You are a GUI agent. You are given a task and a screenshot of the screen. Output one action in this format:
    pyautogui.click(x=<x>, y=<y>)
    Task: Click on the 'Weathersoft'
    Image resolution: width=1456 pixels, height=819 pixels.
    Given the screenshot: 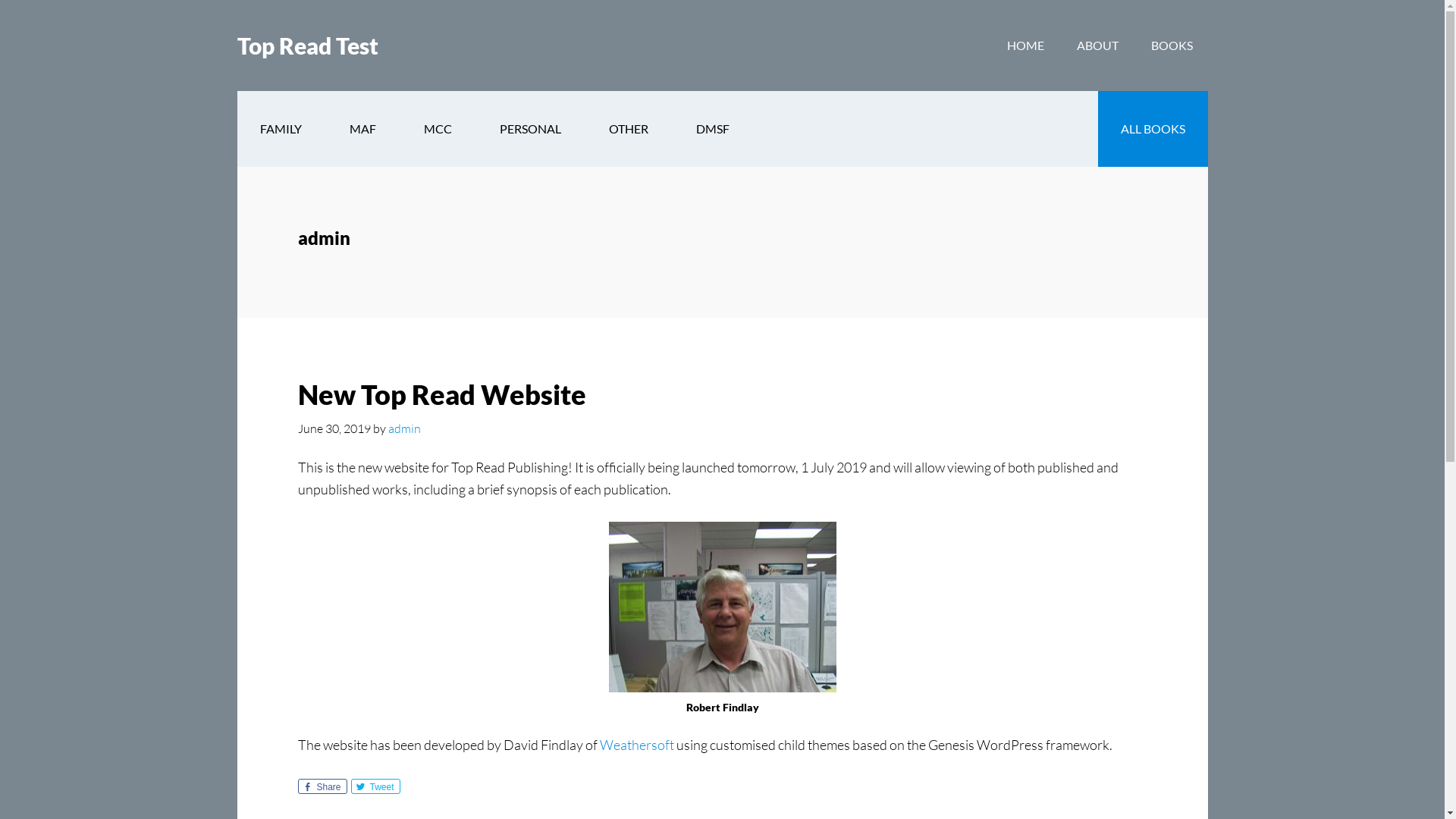 What is the action you would take?
    pyautogui.click(x=636, y=744)
    